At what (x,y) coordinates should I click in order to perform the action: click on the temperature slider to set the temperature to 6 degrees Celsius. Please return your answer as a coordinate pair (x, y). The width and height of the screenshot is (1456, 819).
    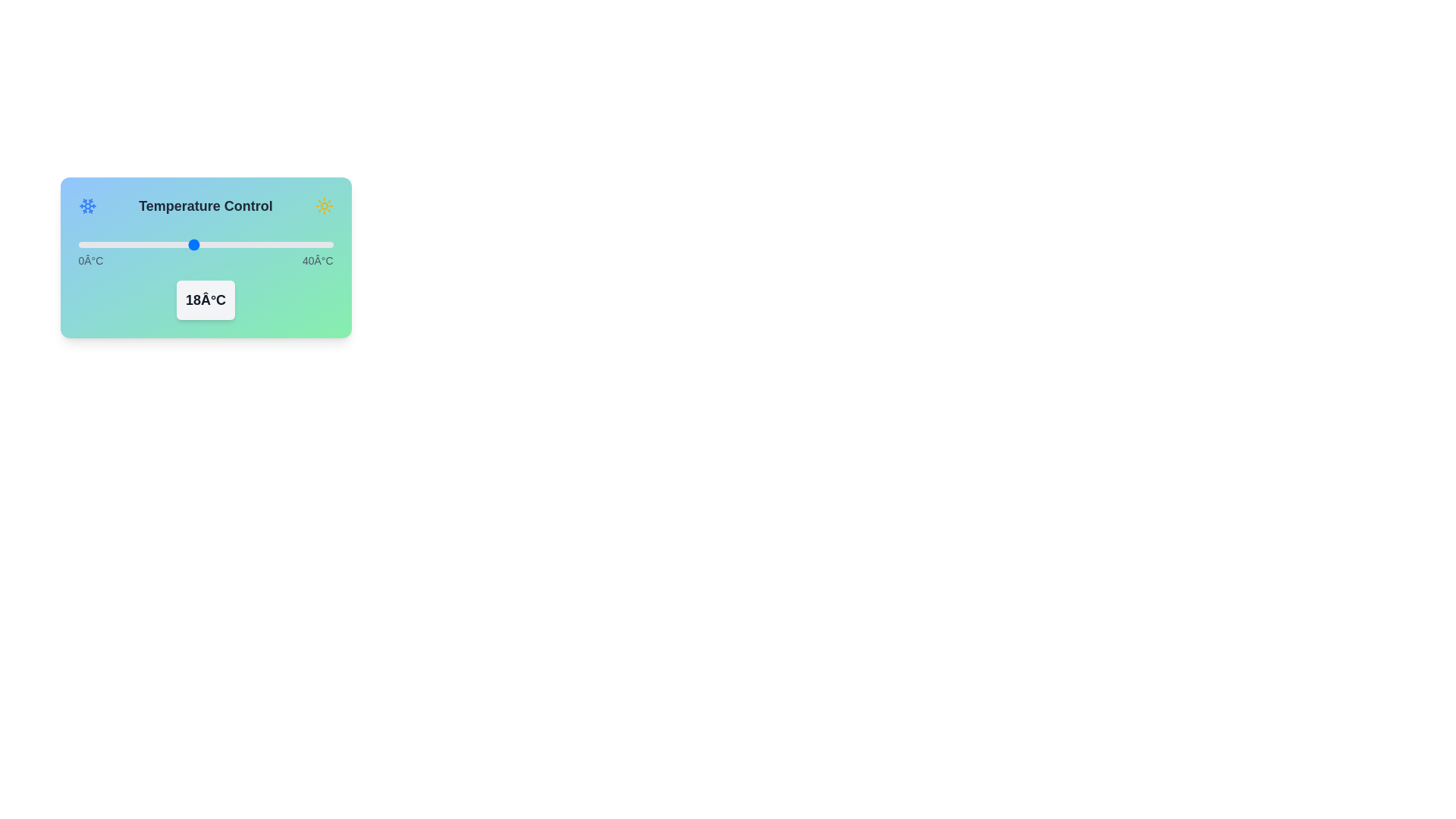
    Looking at the image, I should click on (115, 244).